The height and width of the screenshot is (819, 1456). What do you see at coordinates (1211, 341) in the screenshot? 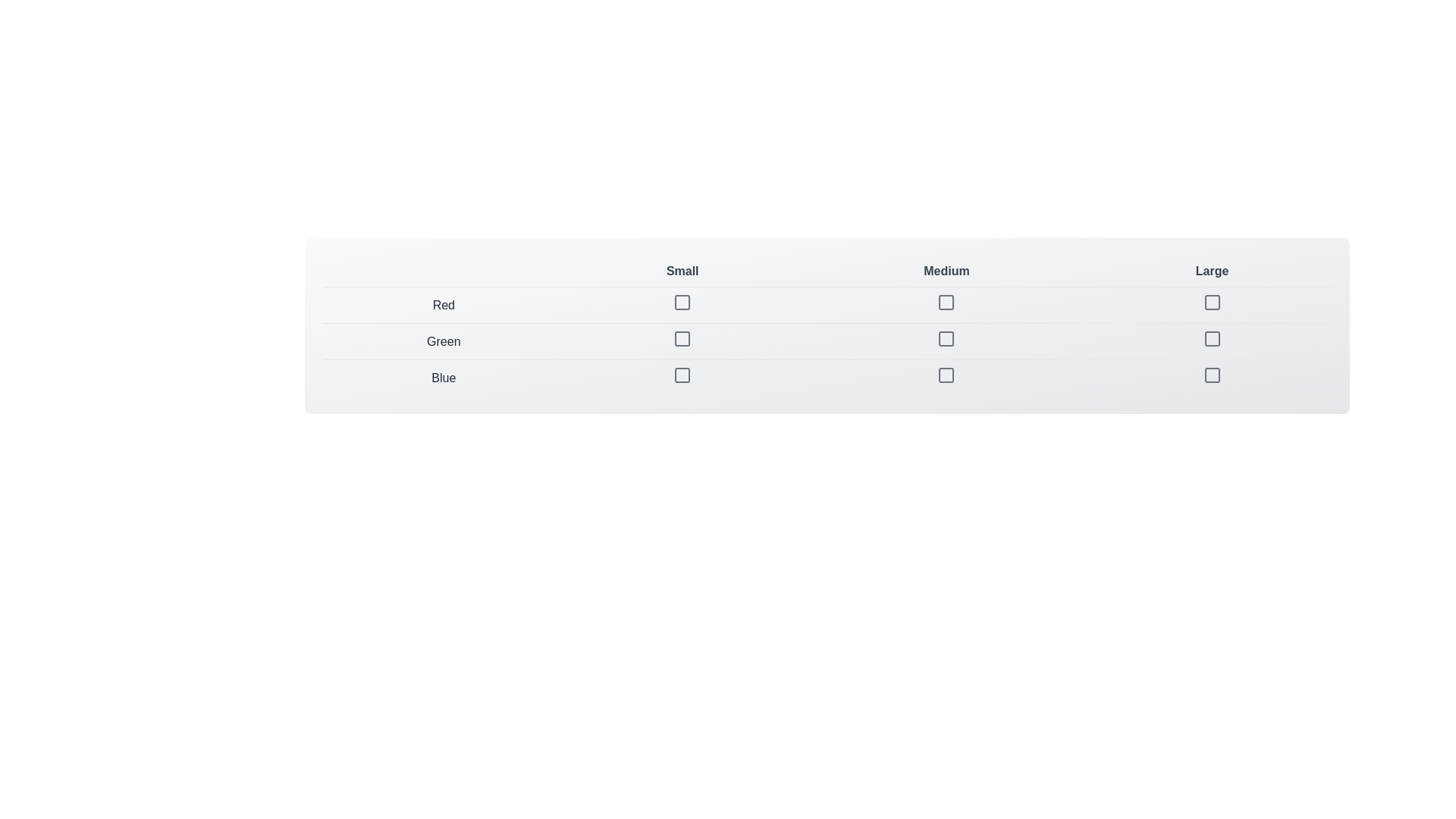
I see `the checkbox for the 'Green' category under the 'Large' size option, which is the third checkbox from the left` at bounding box center [1211, 341].